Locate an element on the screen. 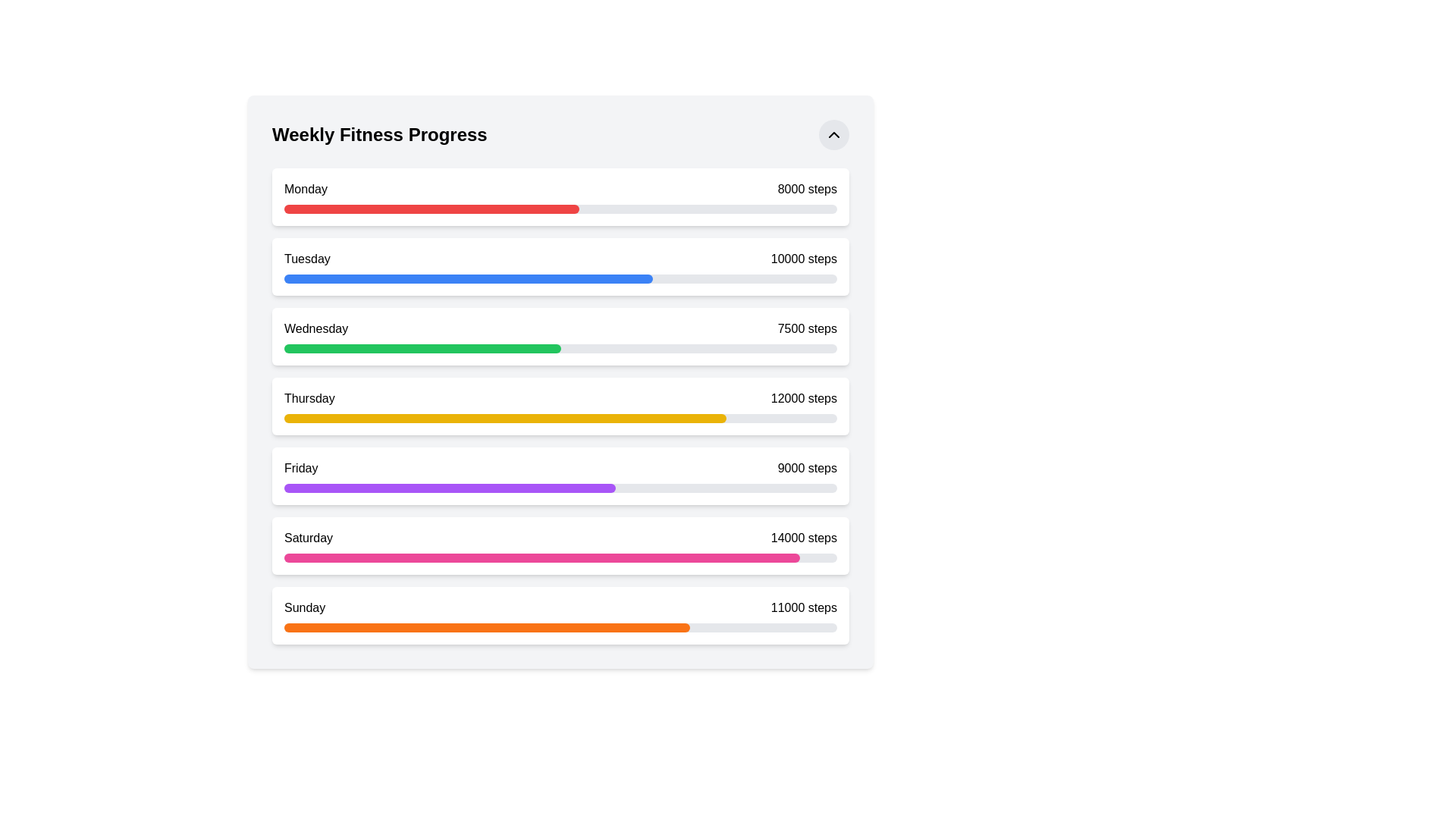 Image resolution: width=1456 pixels, height=819 pixels. the fourth visual data display card in the 'Weekly Fitness Progress' section, which tracks daily steps and is positioned between the 'Wednesday' and 'Friday' cards is located at coordinates (560, 406).